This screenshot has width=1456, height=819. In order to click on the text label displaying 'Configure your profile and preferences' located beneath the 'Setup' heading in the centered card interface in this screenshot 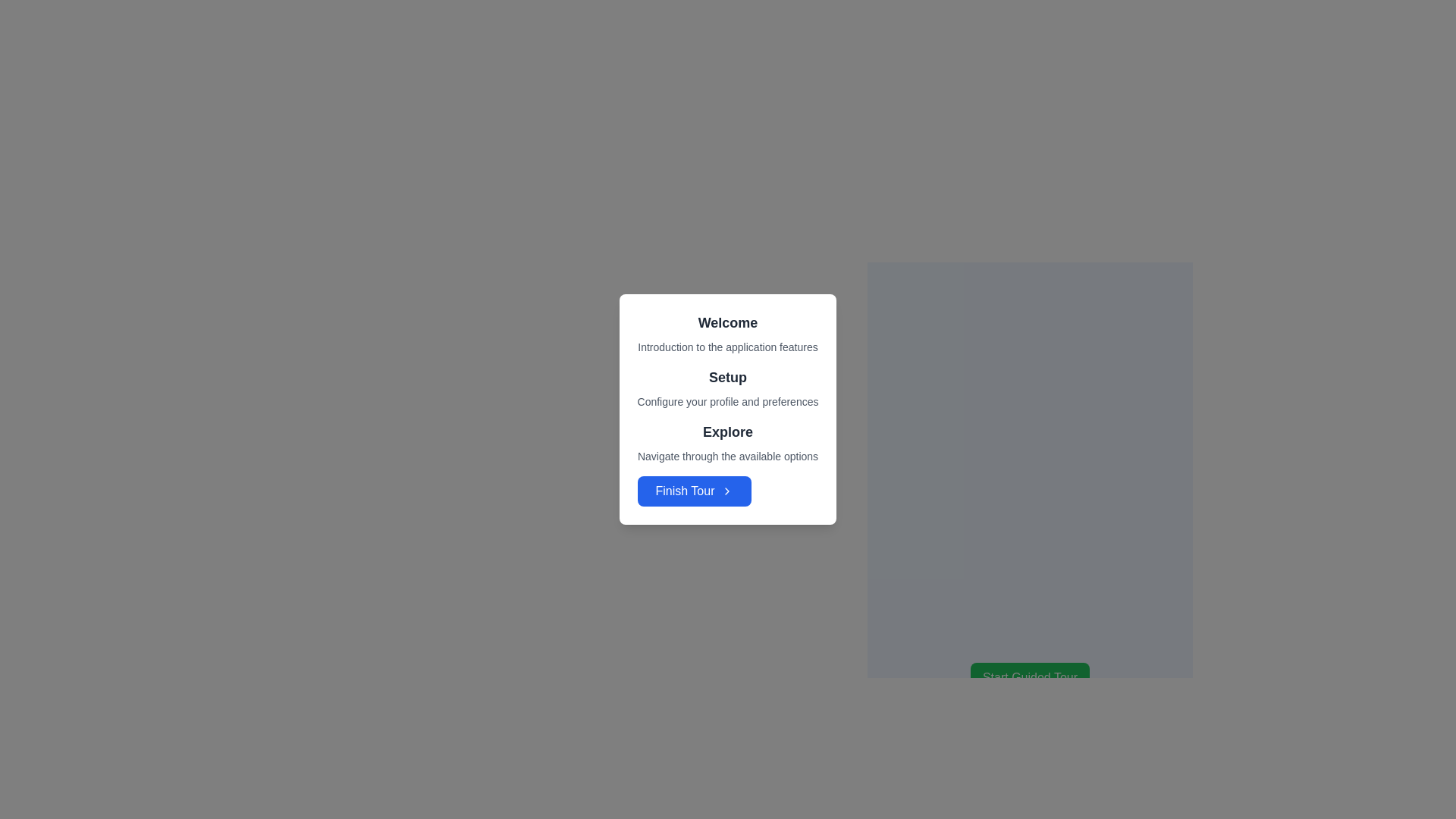, I will do `click(728, 400)`.